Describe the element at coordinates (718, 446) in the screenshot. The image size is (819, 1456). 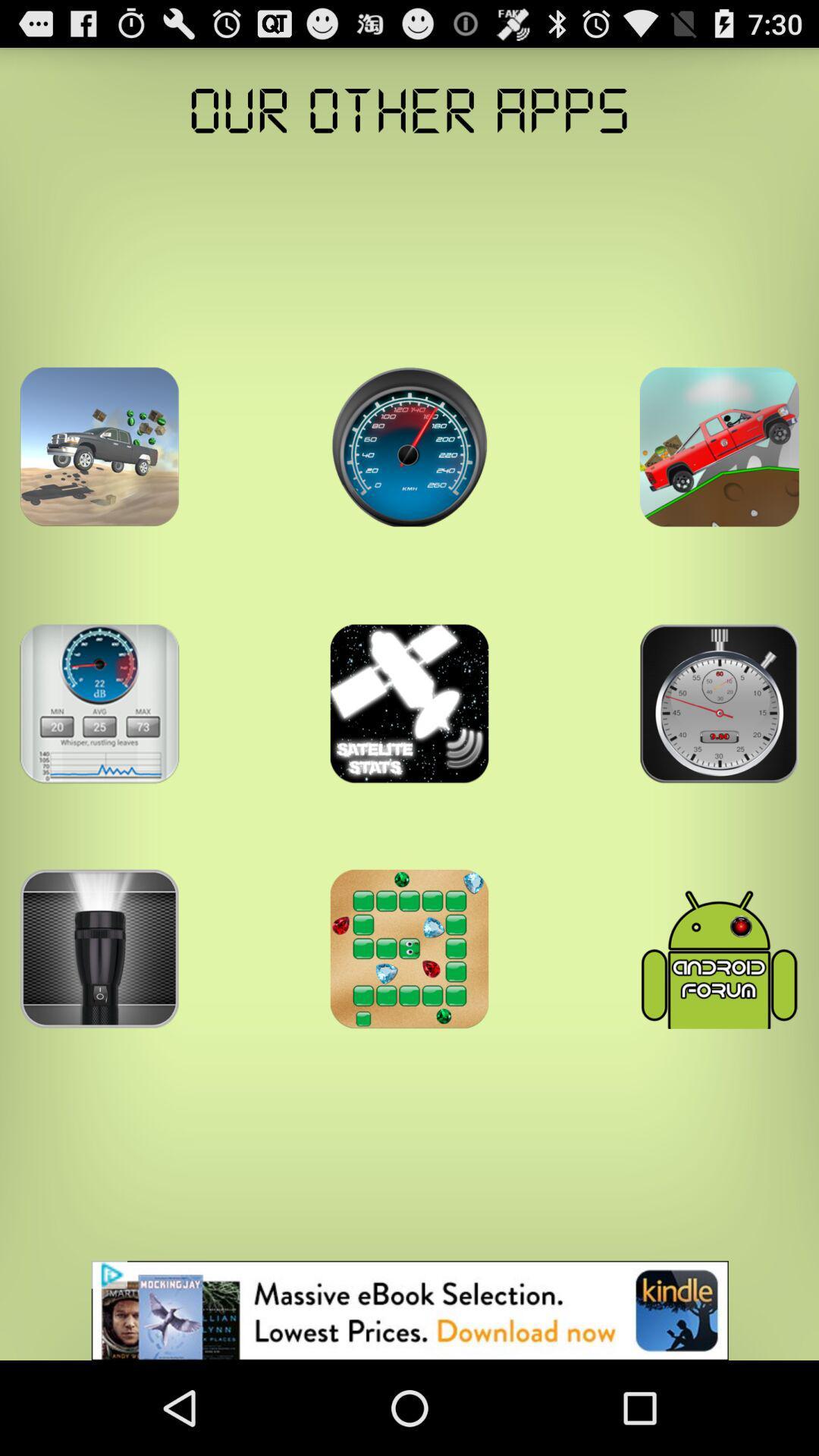
I see `game` at that location.